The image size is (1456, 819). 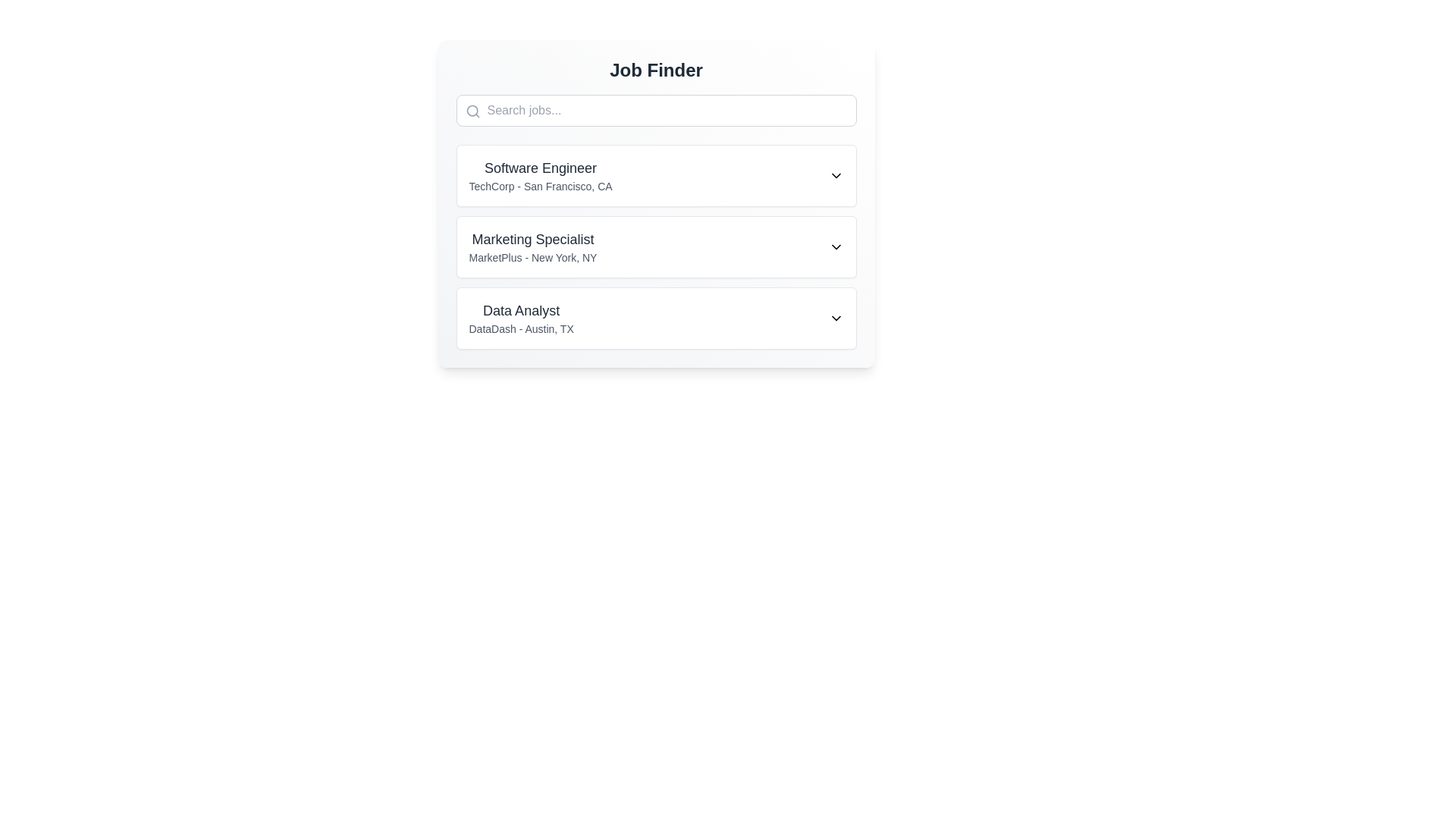 I want to click on text label displaying 'Marketing Specialist' which is bold and large-sized, located in the second listing of the Job Finder section, so click(x=532, y=239).